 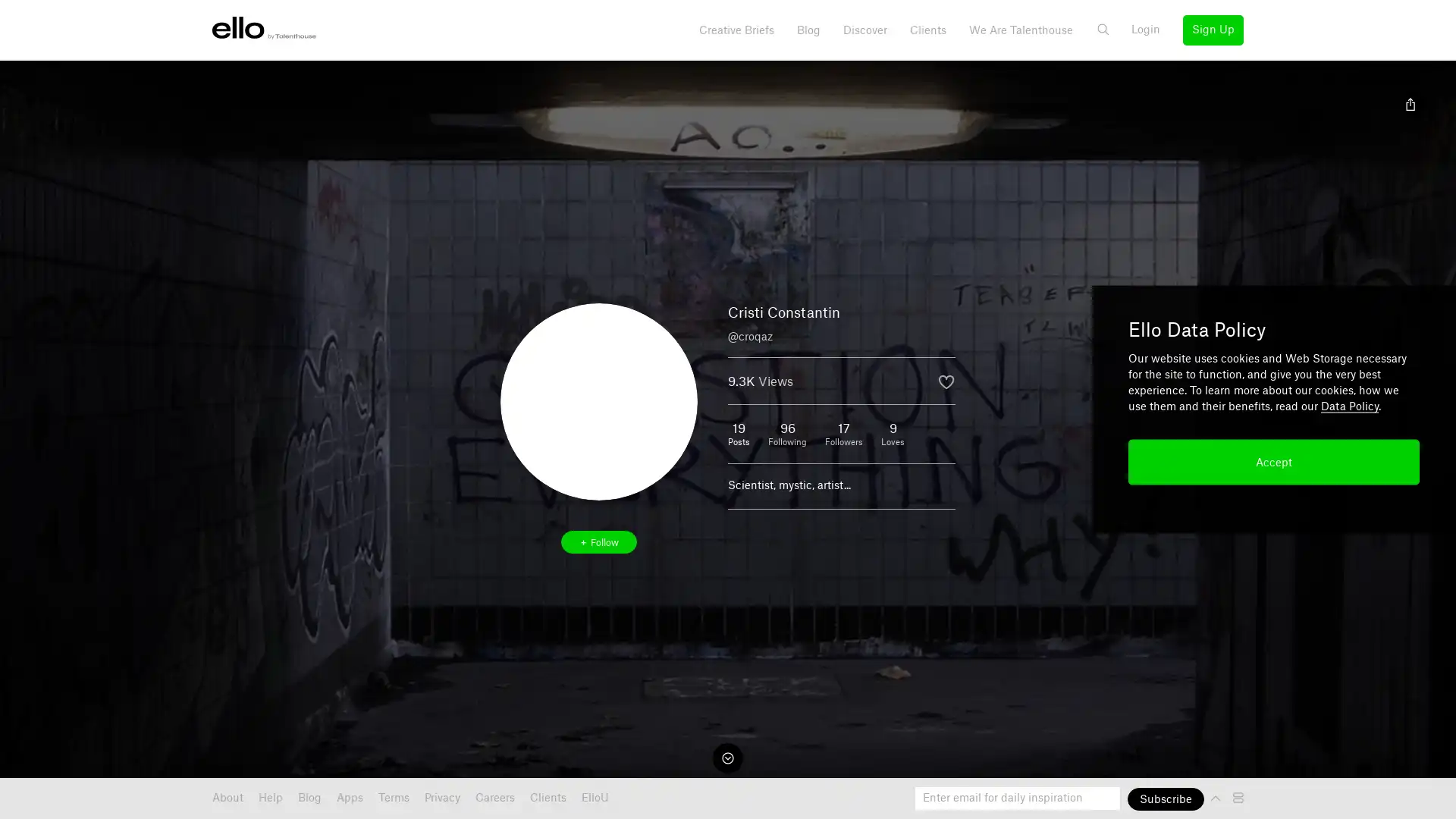 I want to click on Subscribe, so click(x=1165, y=798).